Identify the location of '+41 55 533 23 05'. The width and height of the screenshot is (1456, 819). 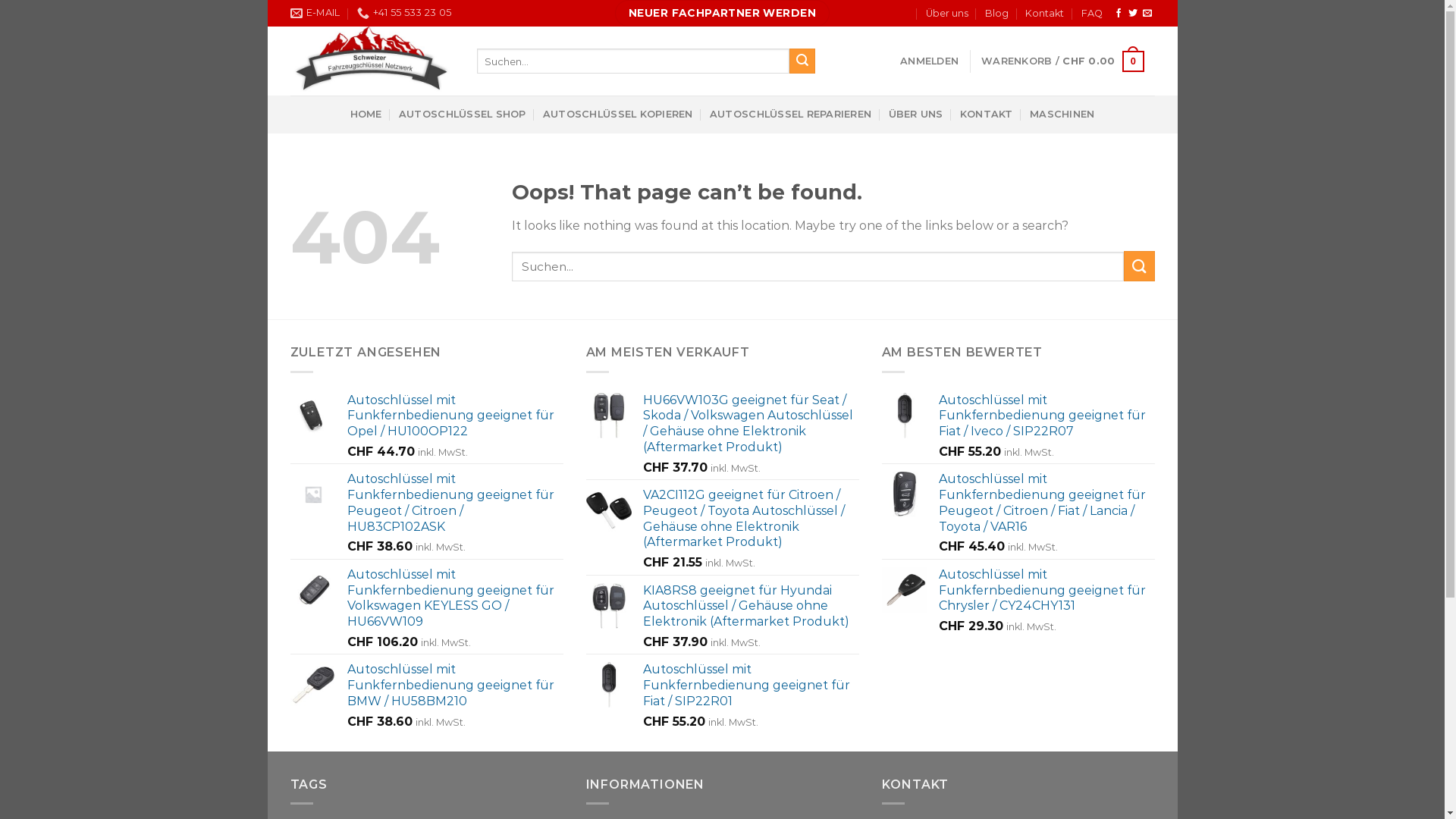
(356, 12).